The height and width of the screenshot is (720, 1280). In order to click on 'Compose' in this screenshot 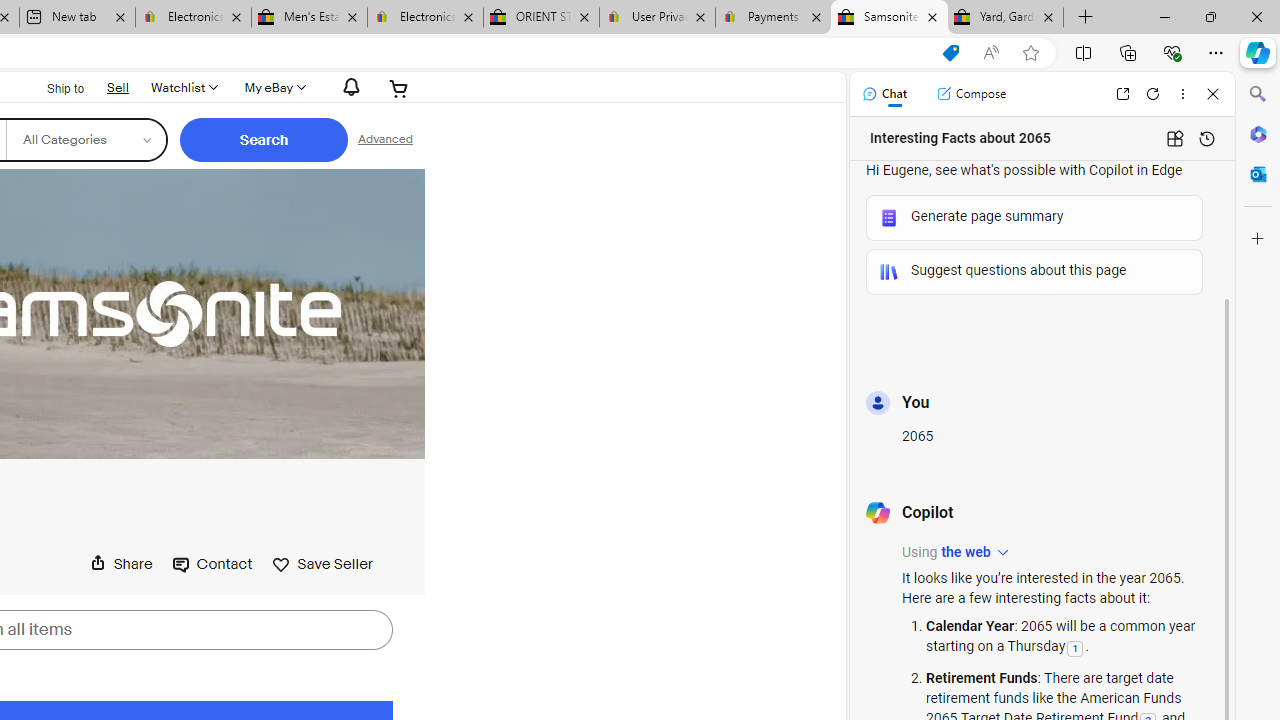, I will do `click(971, 93)`.